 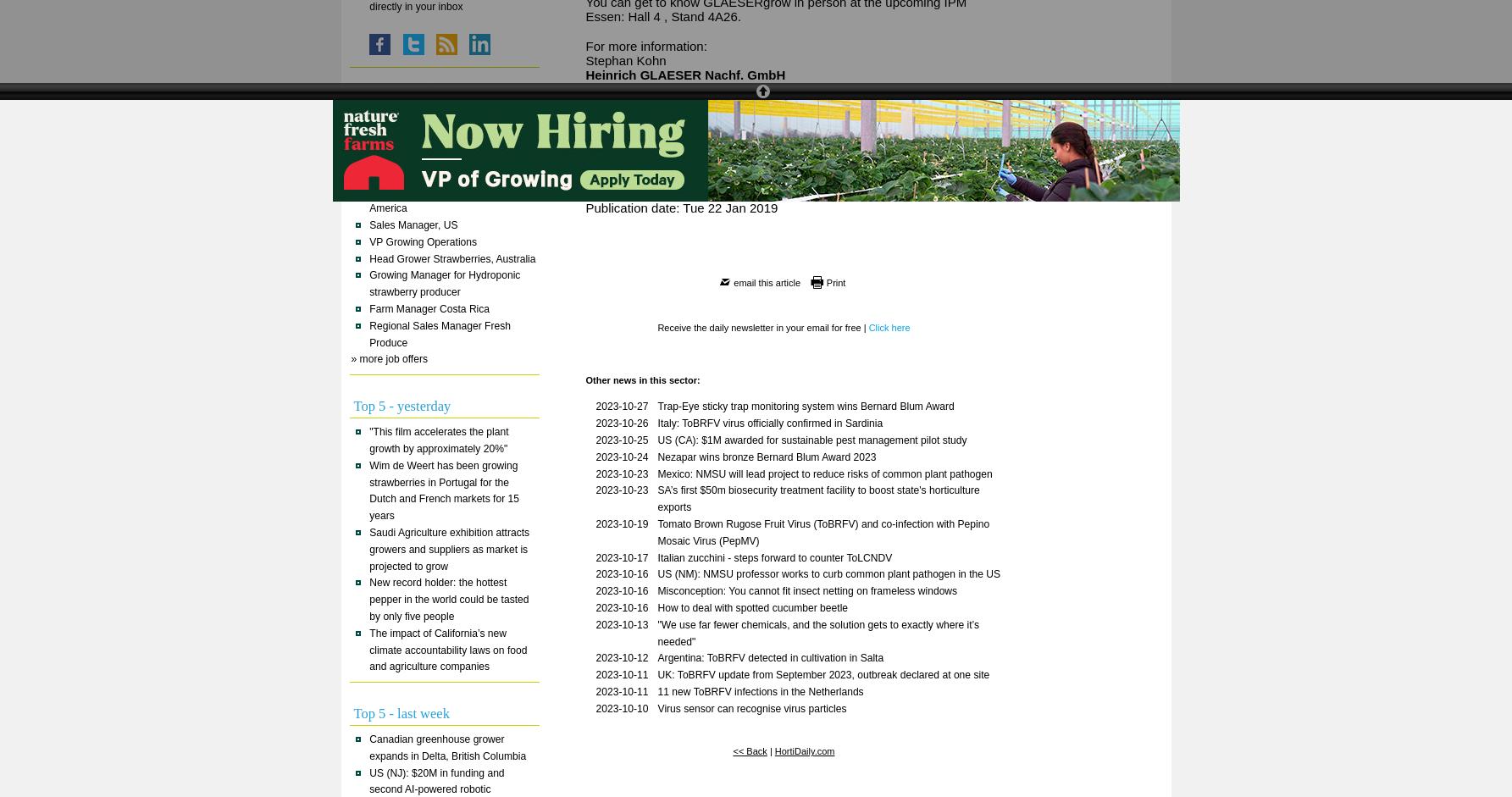 I want to click on 'Canadian greenhouse grower expands in Delta, British Columbia', so click(x=447, y=747).